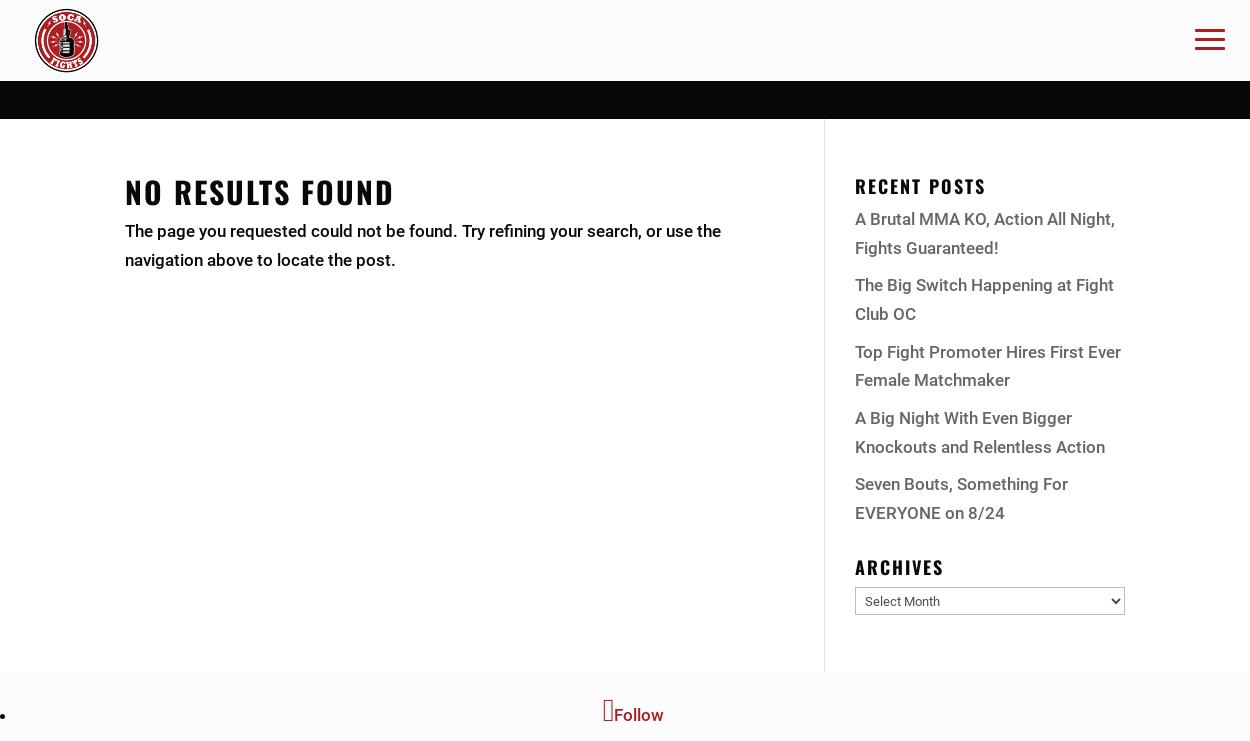  What do you see at coordinates (920, 184) in the screenshot?
I see `'Recent Posts'` at bounding box center [920, 184].